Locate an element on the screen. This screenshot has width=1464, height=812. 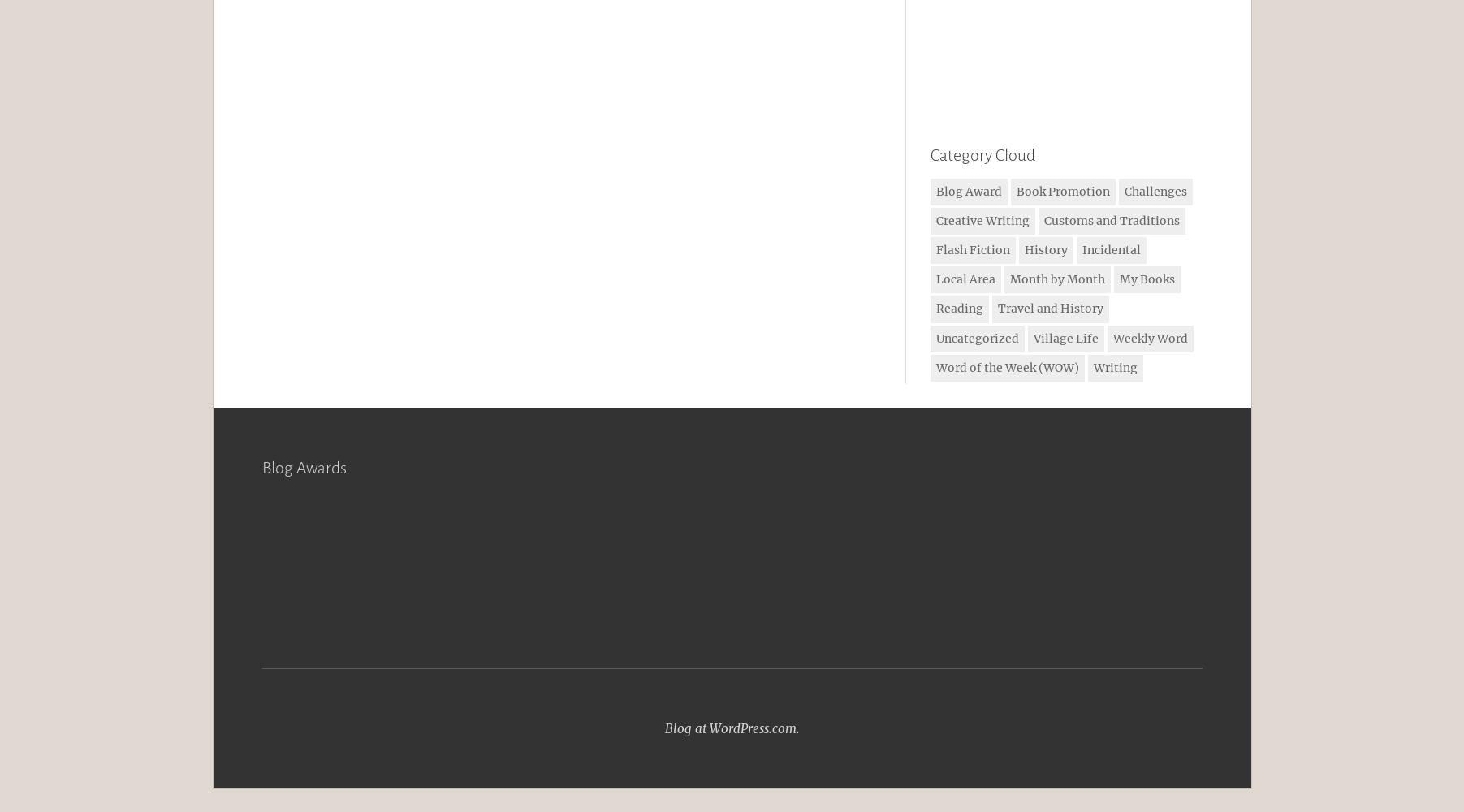
'Flash Fiction' is located at coordinates (971, 249).